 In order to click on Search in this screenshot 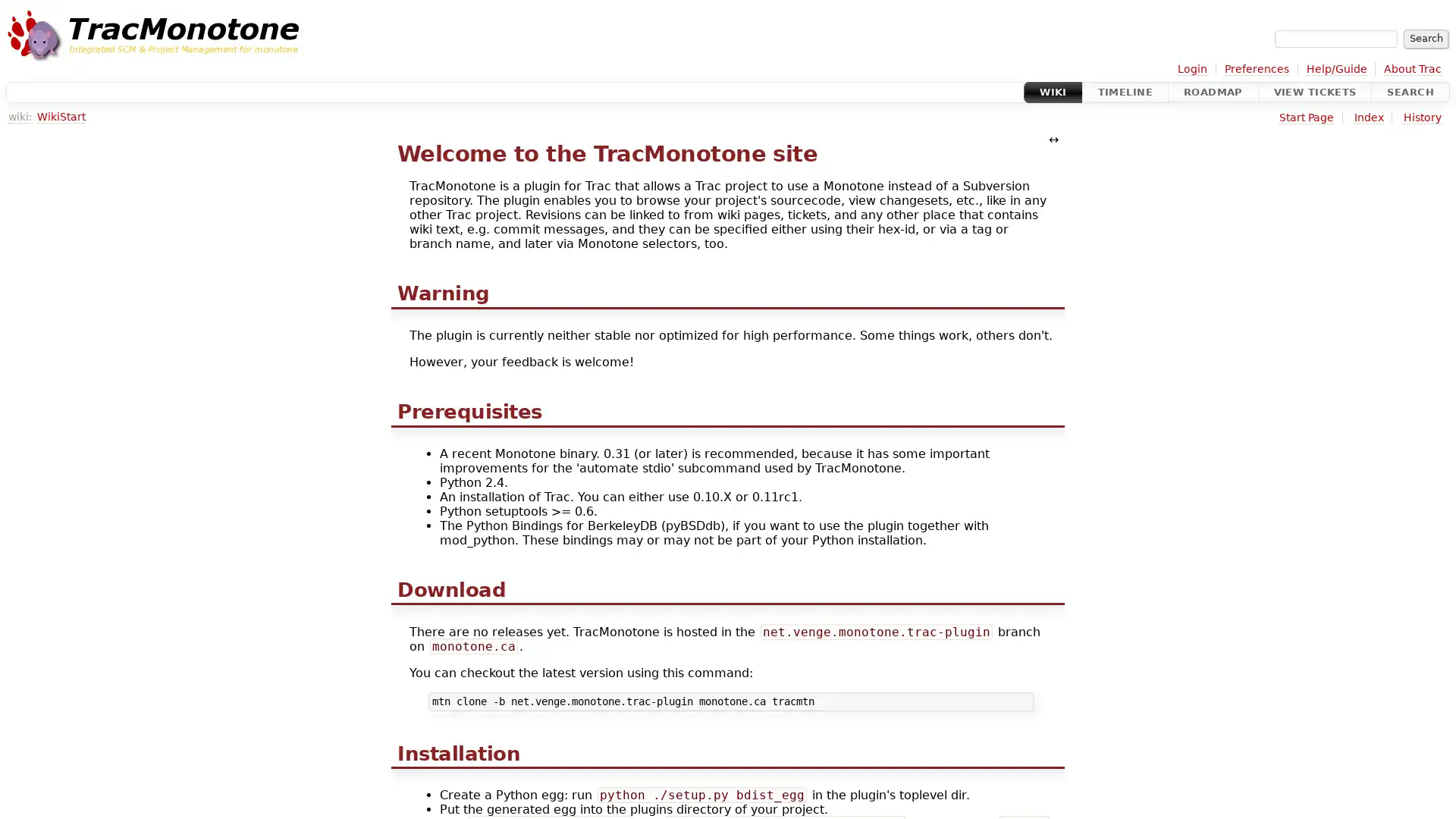, I will do `click(1425, 37)`.